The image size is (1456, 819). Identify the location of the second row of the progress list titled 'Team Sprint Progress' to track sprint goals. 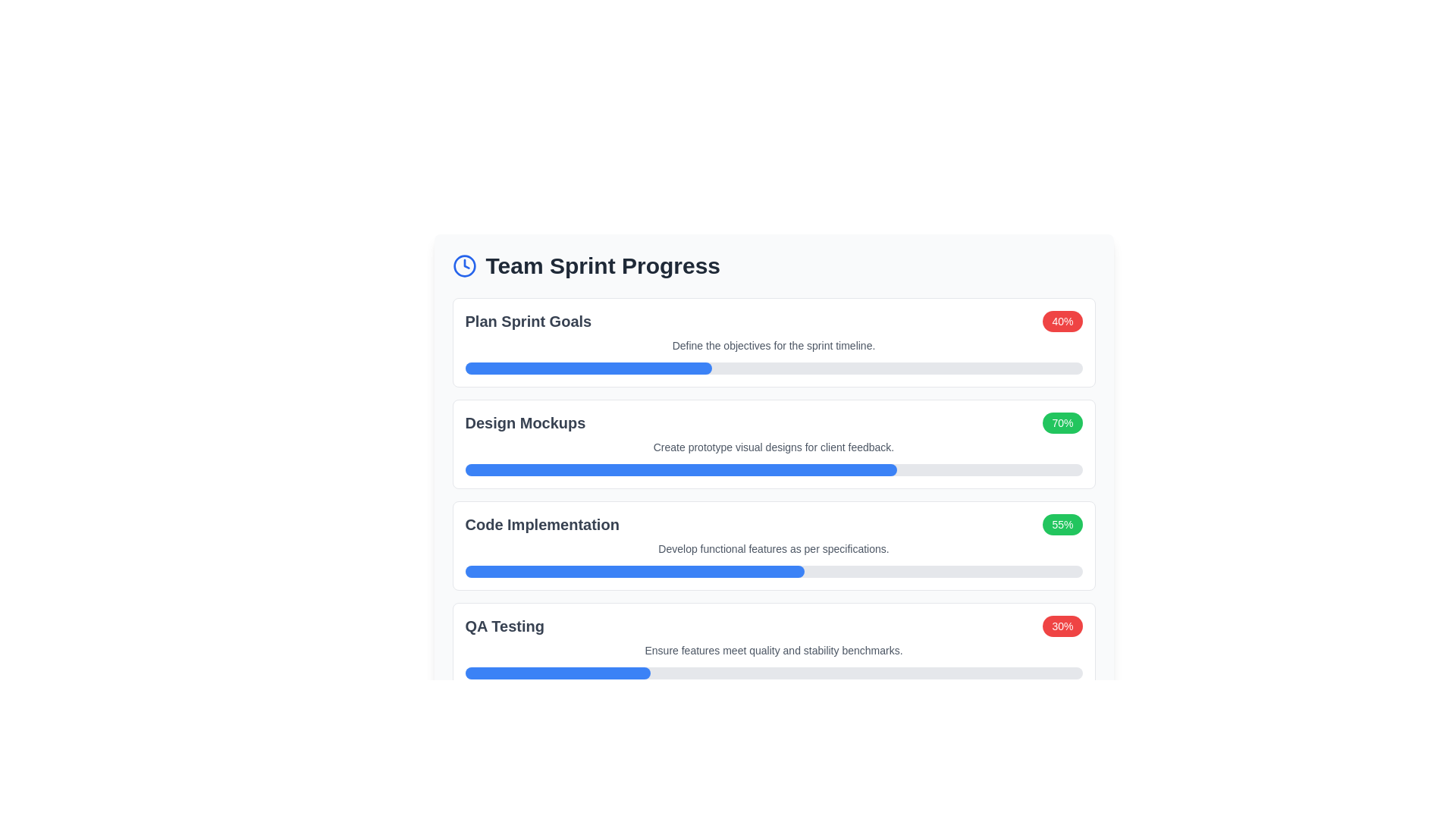
(773, 423).